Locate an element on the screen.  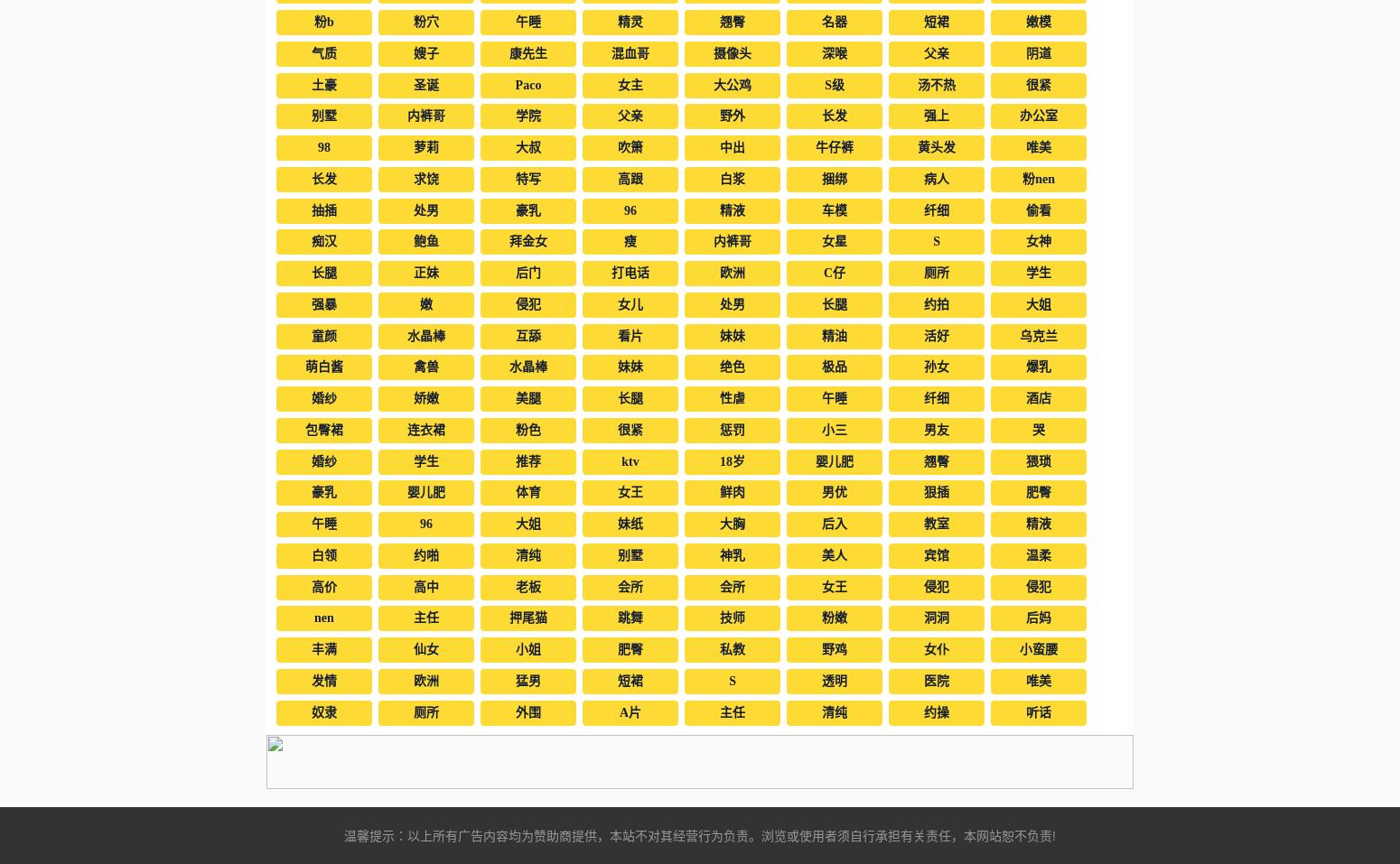
'C仔' is located at coordinates (834, 273).